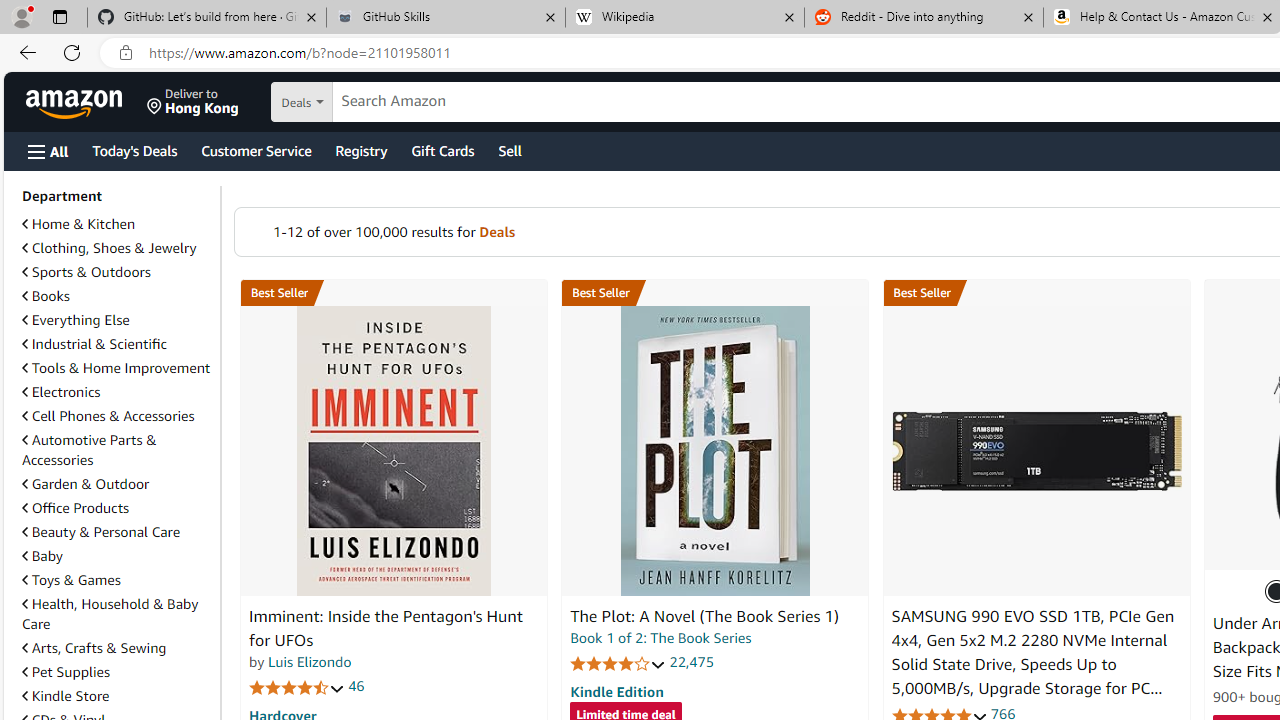 The width and height of the screenshot is (1280, 720). I want to click on 'Gift Cards', so click(441, 149).